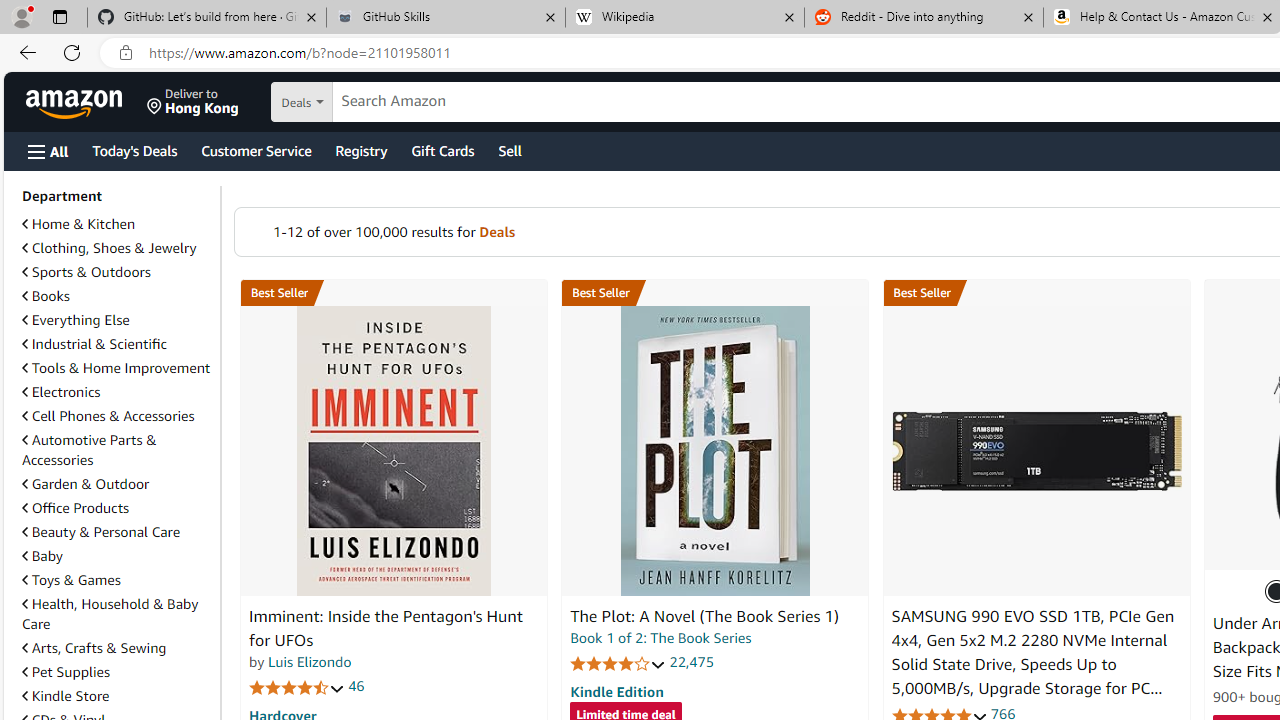 The width and height of the screenshot is (1280, 720). I want to click on 'Gift Cards', so click(441, 149).